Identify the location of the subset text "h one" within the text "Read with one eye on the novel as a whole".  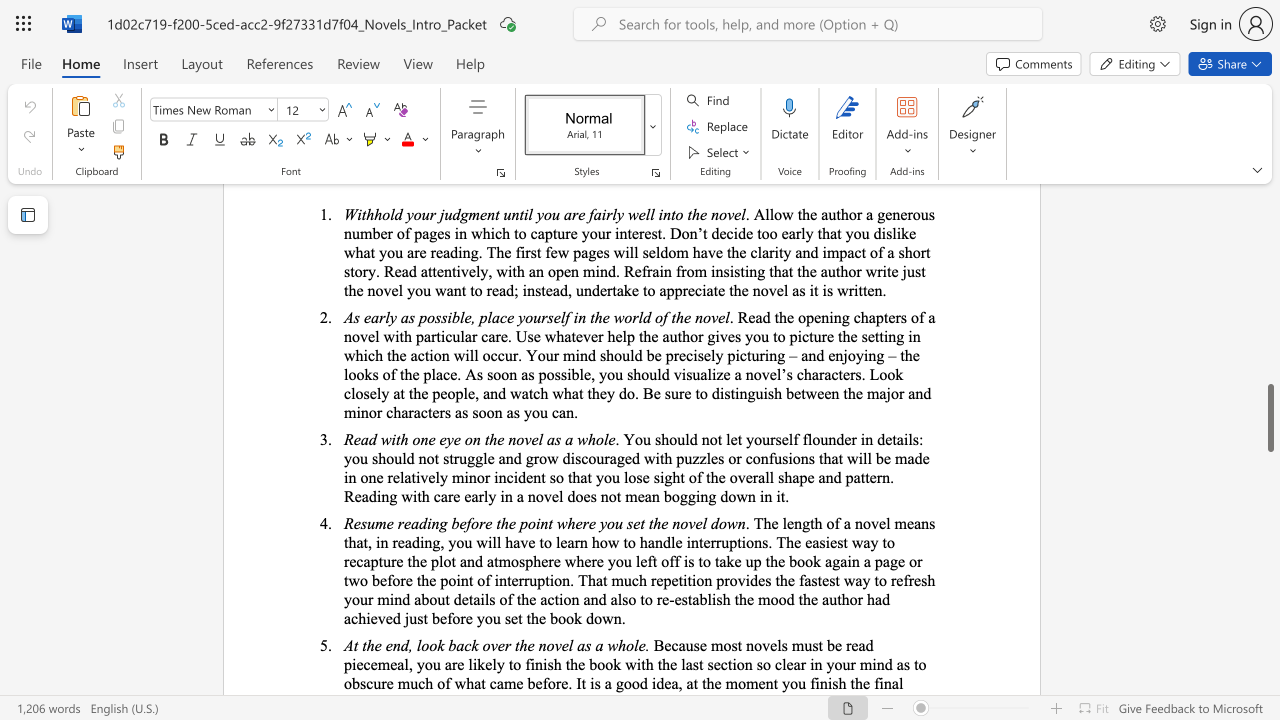
(400, 438).